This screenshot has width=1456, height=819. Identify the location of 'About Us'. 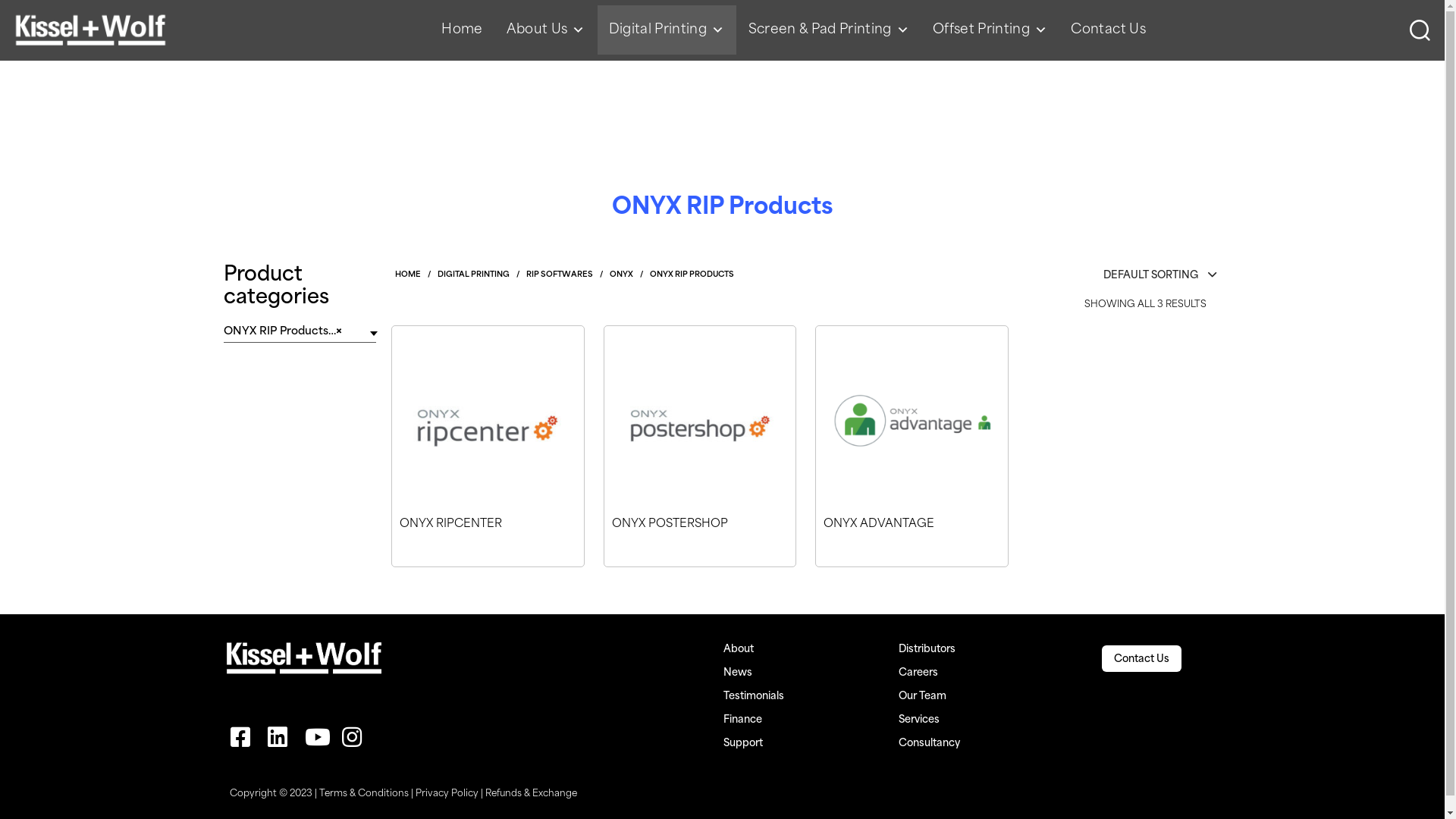
(546, 30).